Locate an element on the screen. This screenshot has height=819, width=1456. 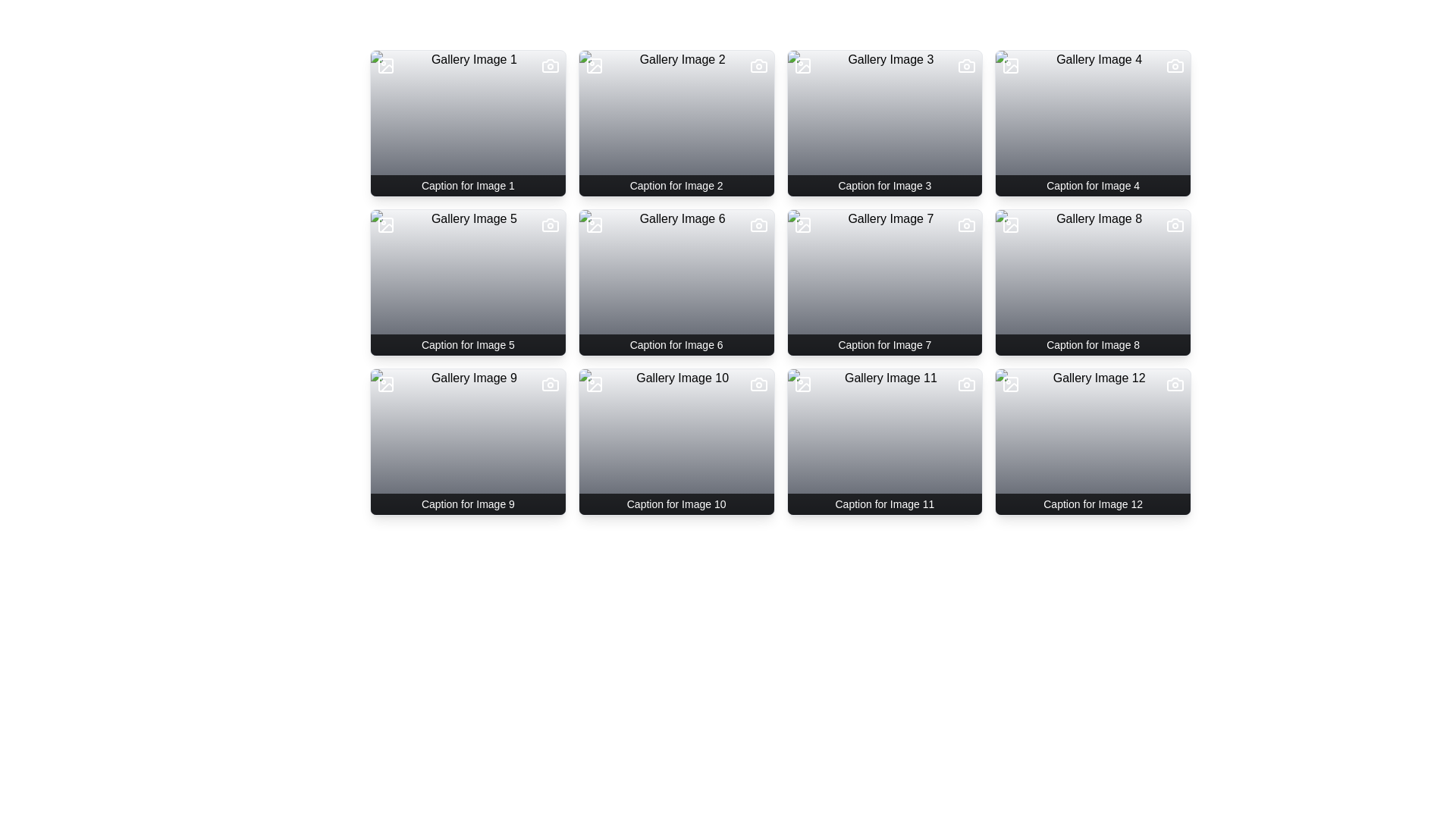
the small white outlined rectangle icon with a circular detail located at the top-left corner of the 'Gallery Image 10' card is located at coordinates (593, 383).